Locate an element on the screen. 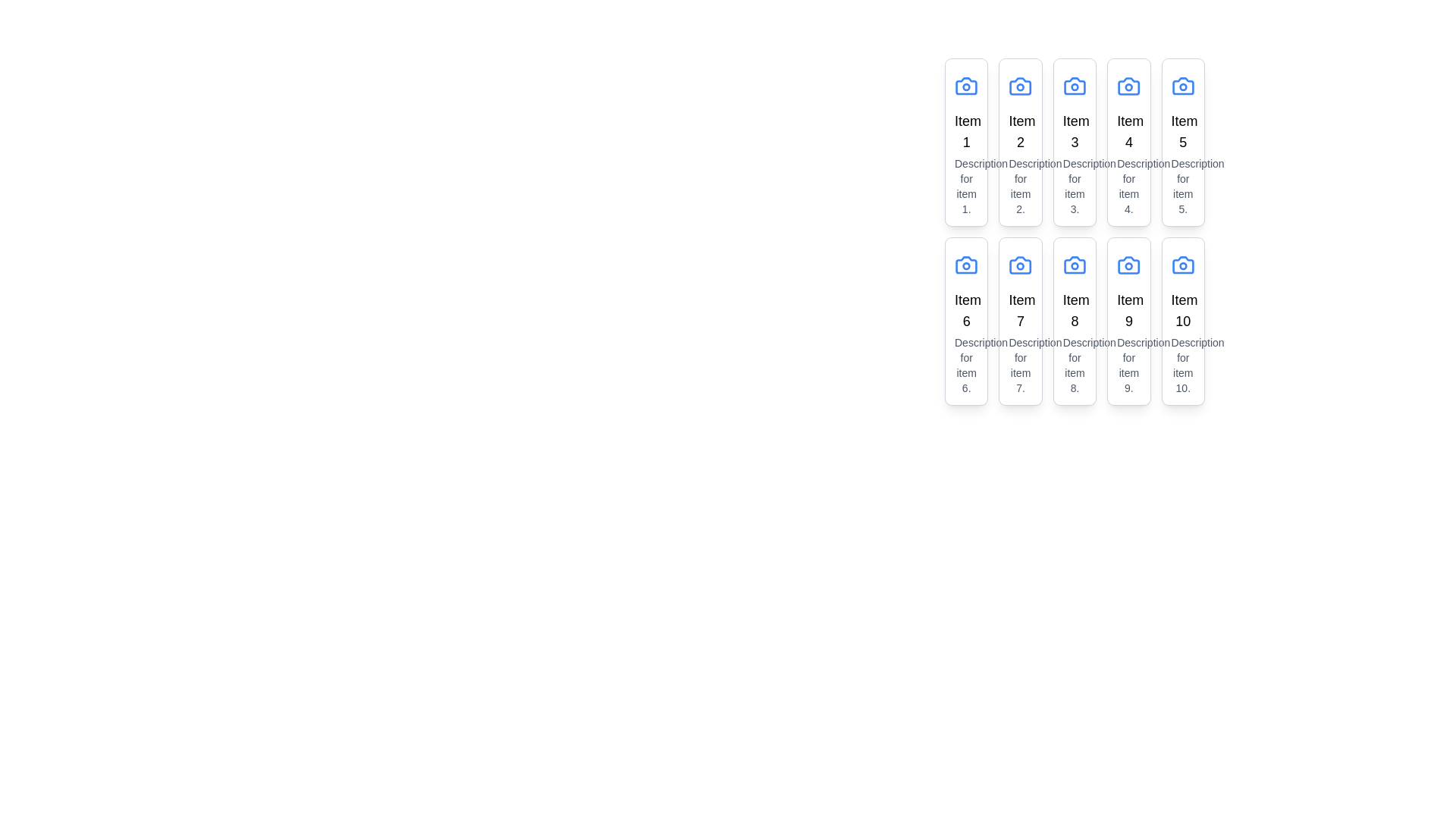 This screenshot has height=819, width=1456. the blue camera icon located at the upper-left corner of the grid layout, which is the first item in the 5x2 arrangement of camera icons is located at coordinates (965, 86).